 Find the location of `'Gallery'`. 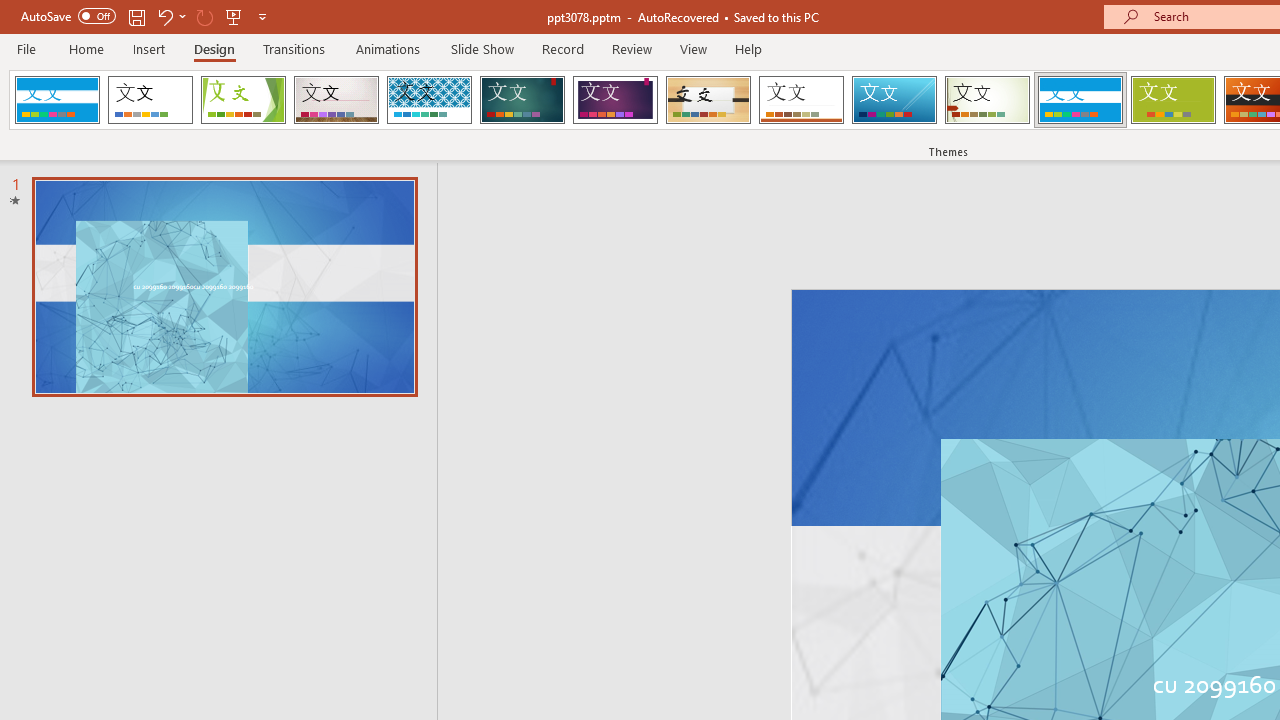

'Gallery' is located at coordinates (336, 100).